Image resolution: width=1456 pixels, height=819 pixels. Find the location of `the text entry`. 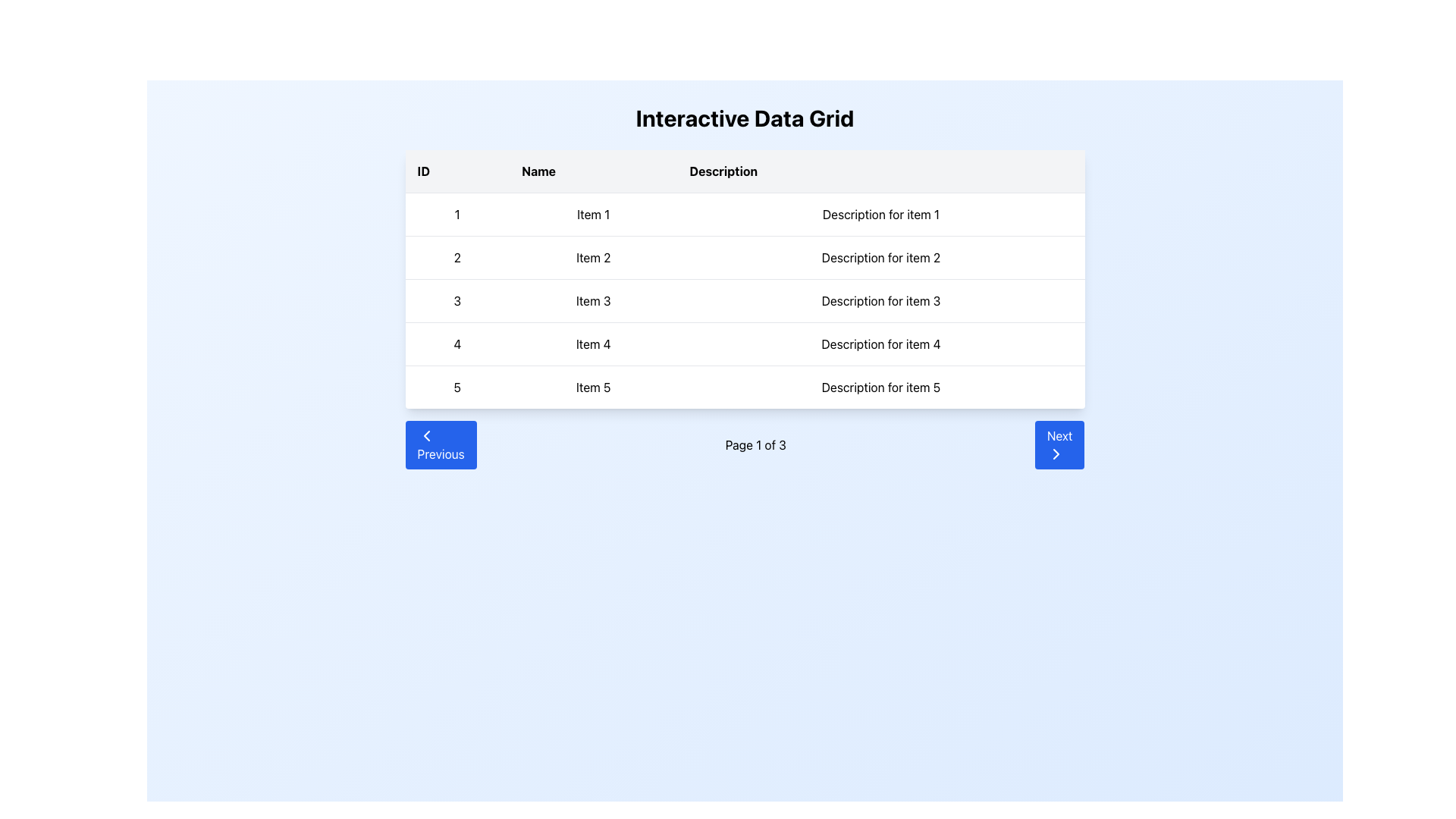

the text entry is located at coordinates (592, 256).